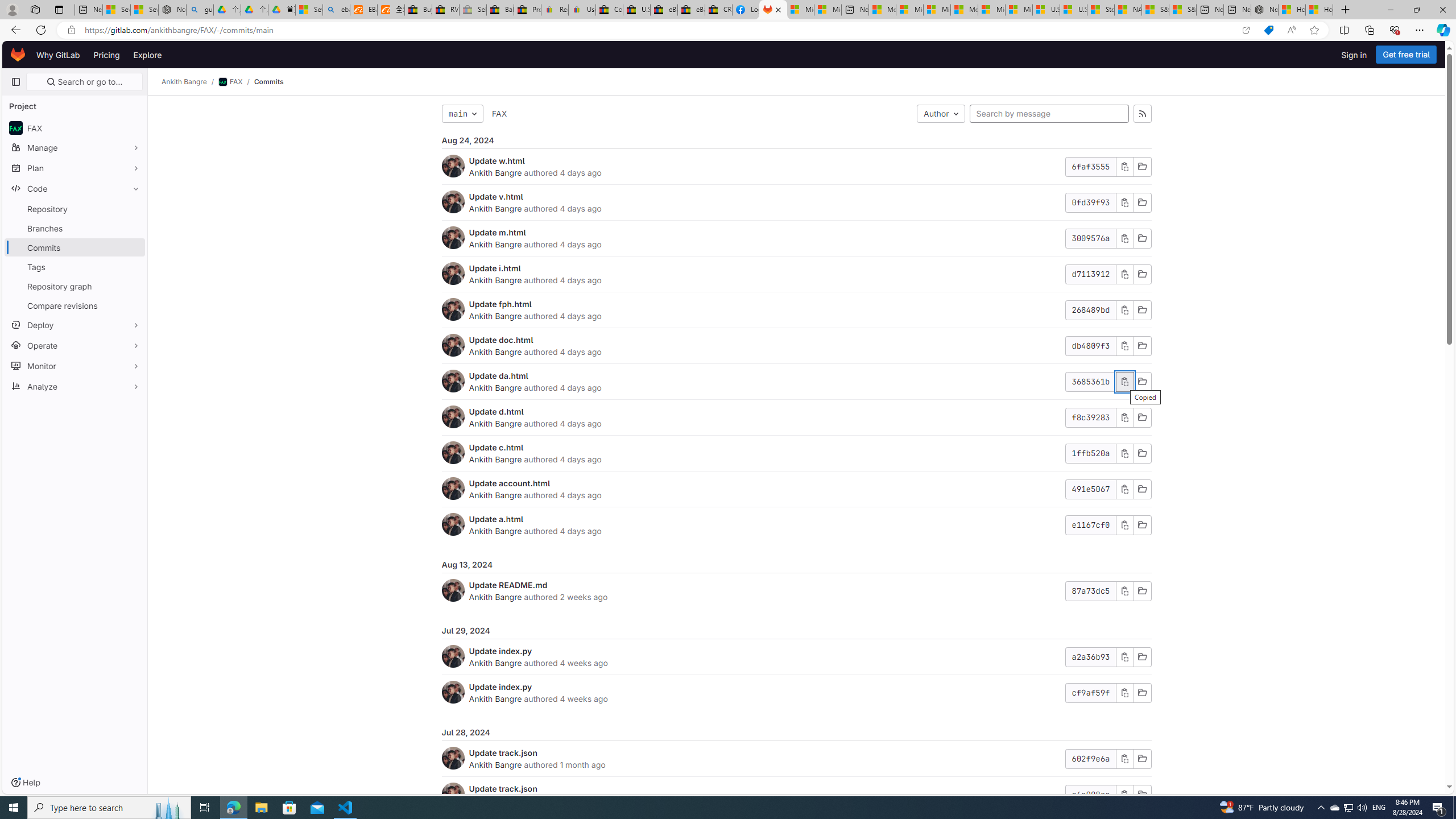 The height and width of the screenshot is (819, 1456). I want to click on 'Consumer Health Data Privacy Policy - eBay Inc.', so click(609, 9).